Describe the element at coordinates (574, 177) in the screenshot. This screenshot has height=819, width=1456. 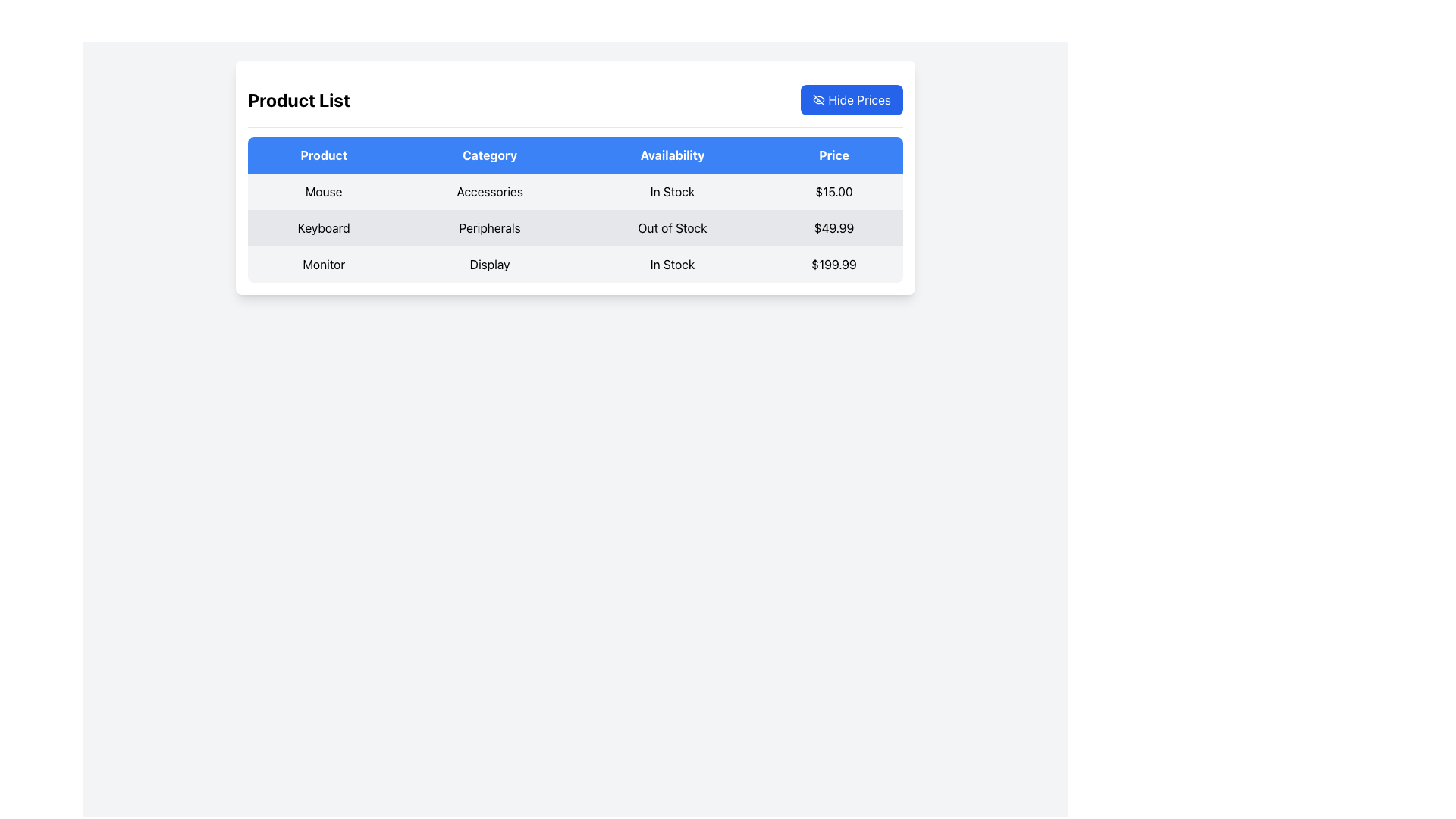
I see `the data table row located at the center coordinates to interact with the product information` at that location.